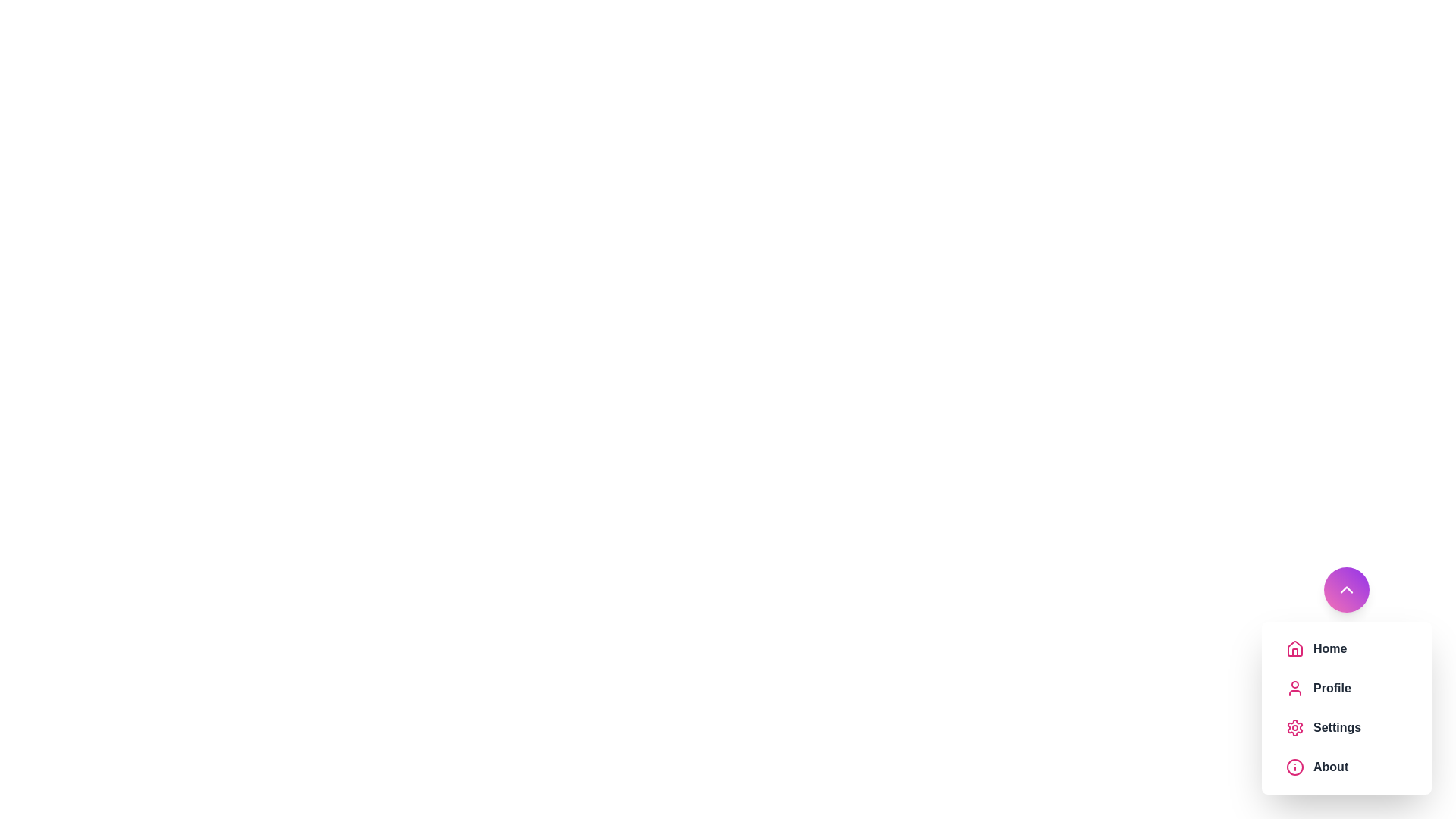 The width and height of the screenshot is (1456, 819). I want to click on the menu item labeled 'Settings' to observe the visual feedback, so click(1347, 727).